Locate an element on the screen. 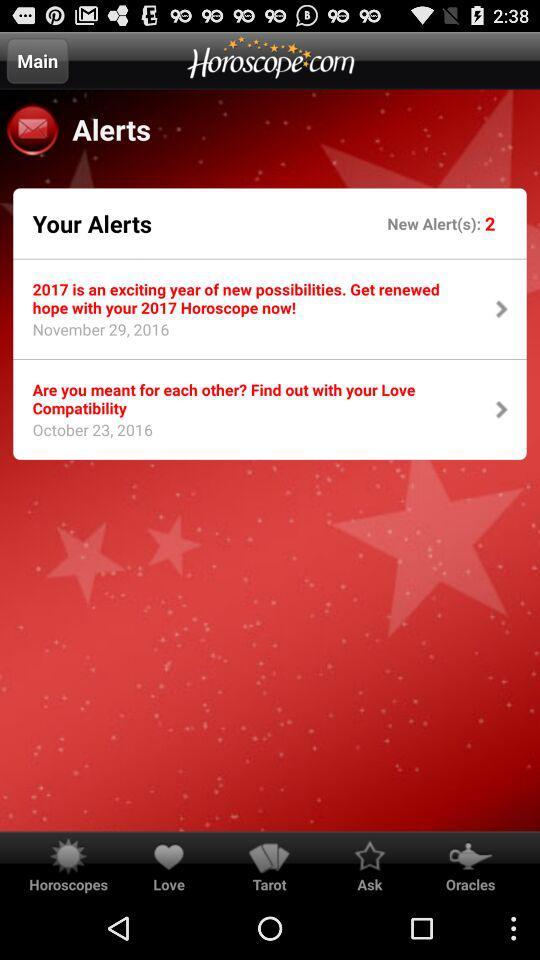 The image size is (540, 960). the icon next to new alert(s):  icon is located at coordinates (489, 223).